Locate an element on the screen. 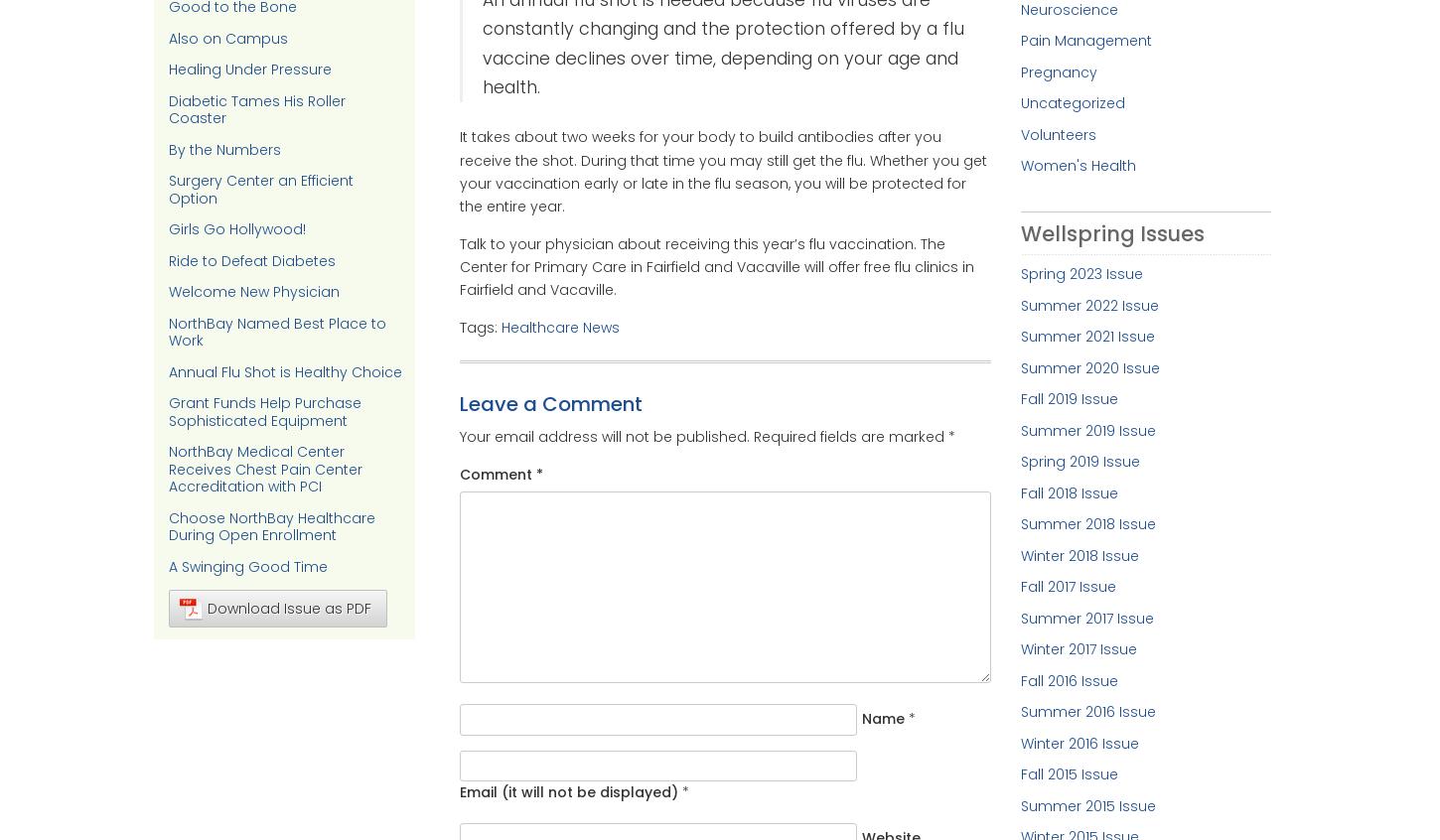 The image size is (1440, 840). 'Summer 2018 Issue' is located at coordinates (1020, 523).